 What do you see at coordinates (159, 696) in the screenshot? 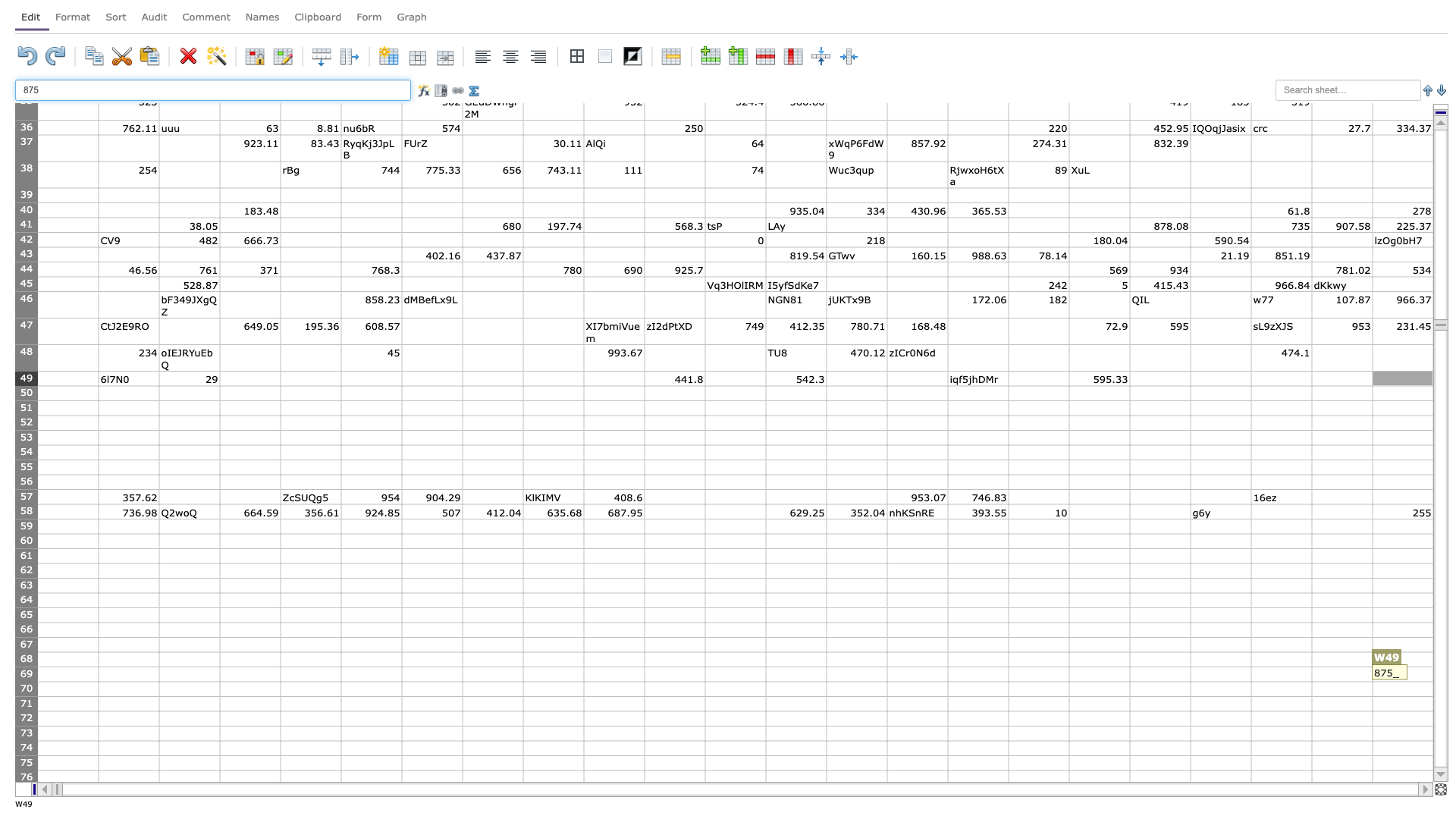
I see `Series fill point of cell B70` at bounding box center [159, 696].